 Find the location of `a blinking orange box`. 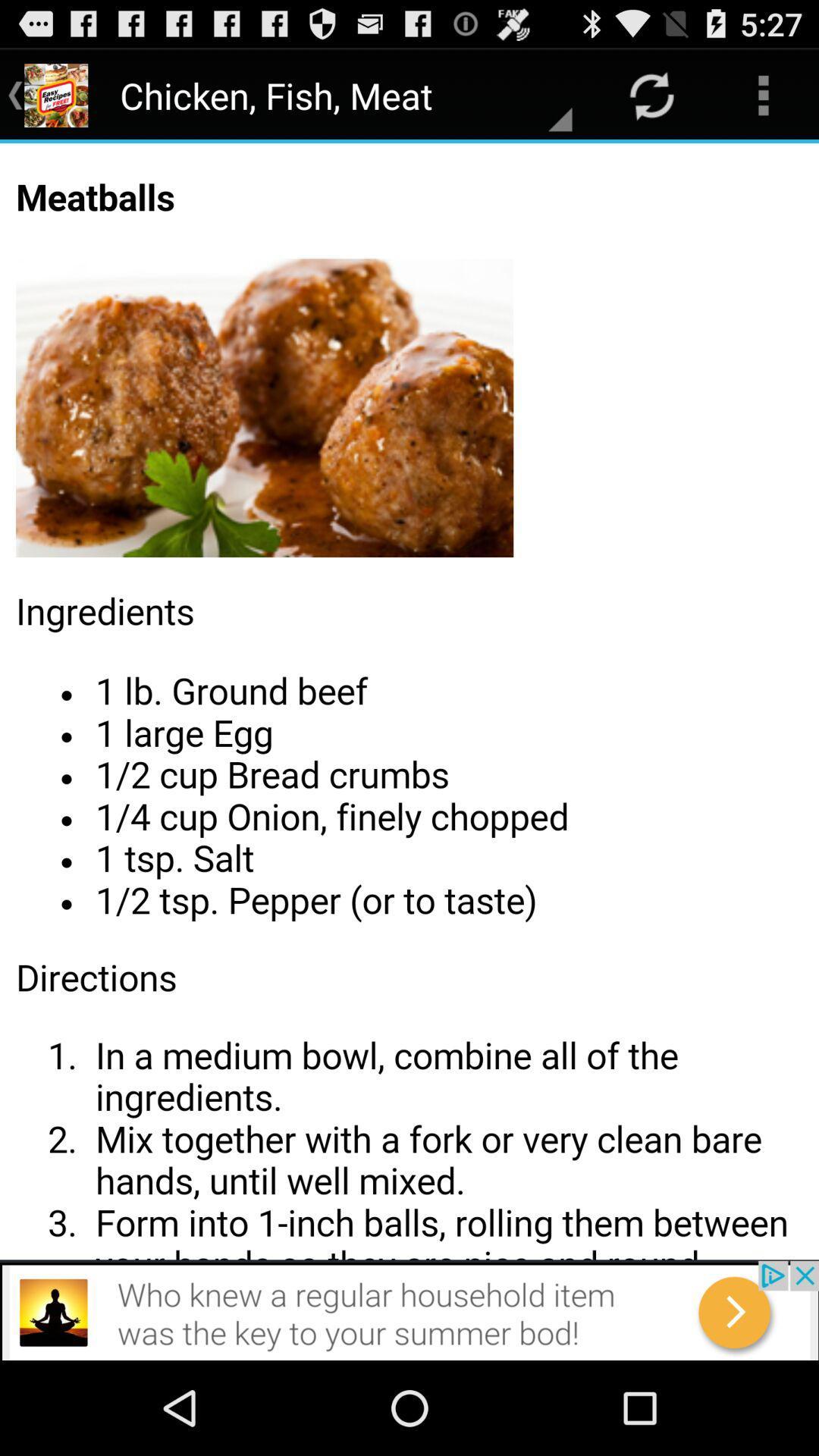

a blinking orange box is located at coordinates (409, 701).